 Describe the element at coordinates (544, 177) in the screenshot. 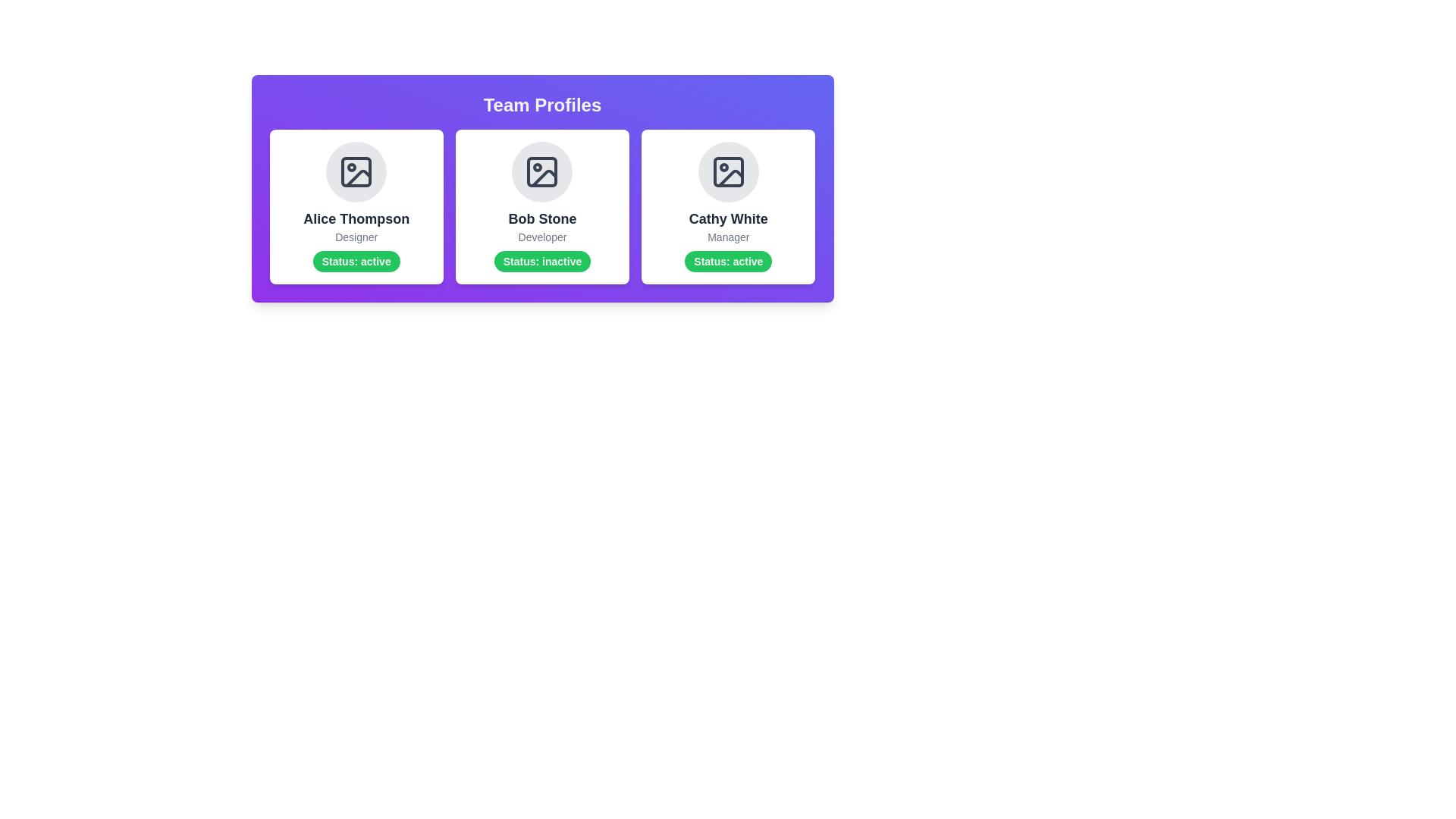

I see `the gray slanted rectangle icon representing the profile picture of Bob Stone in the 'Team Profiles' section` at that location.